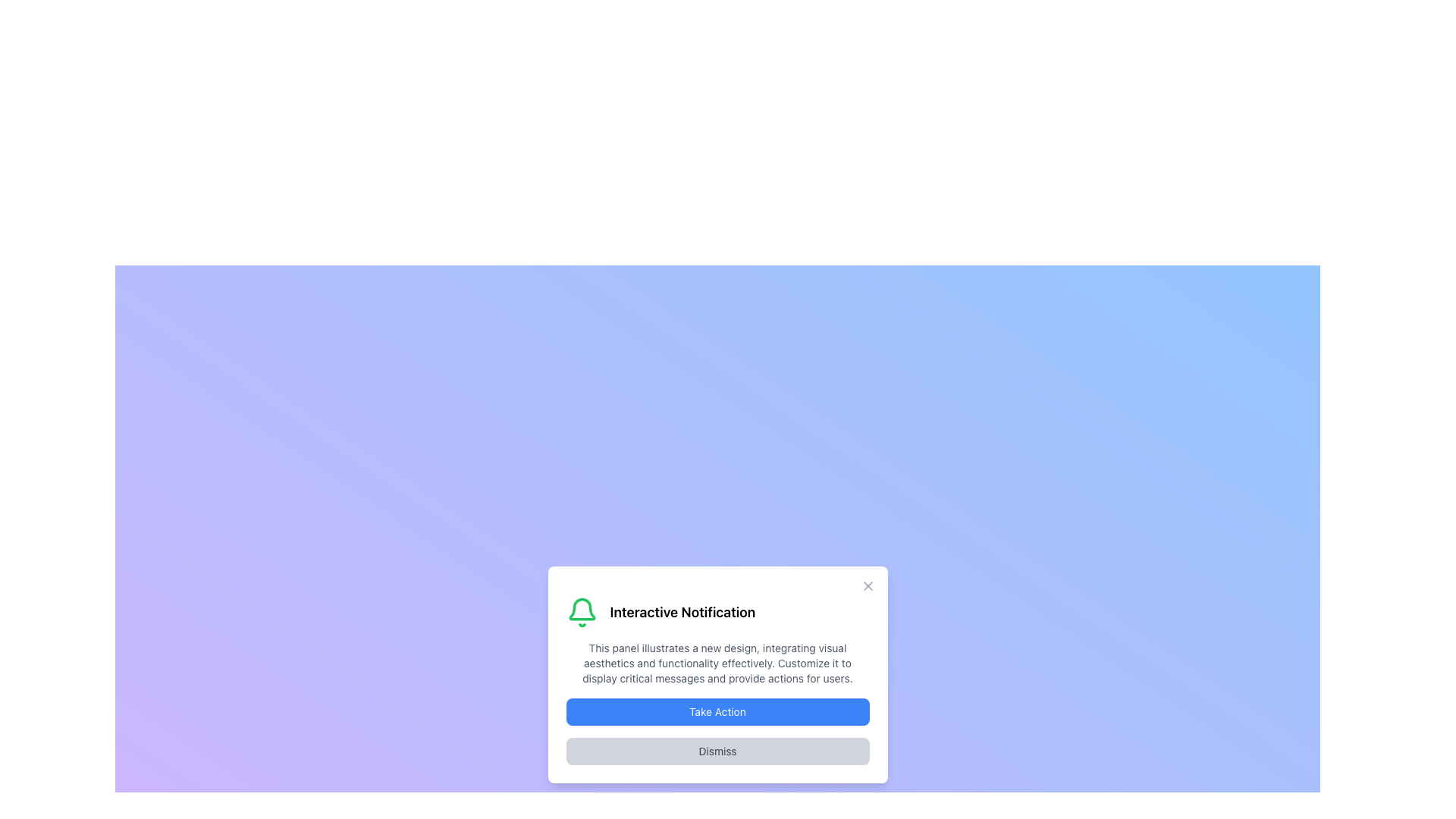 Image resolution: width=1456 pixels, height=819 pixels. What do you see at coordinates (717, 663) in the screenshot?
I see `the Static Text Display element, which is the second visible text component in the notification panel, styled in gray and providing guidance for customization` at bounding box center [717, 663].